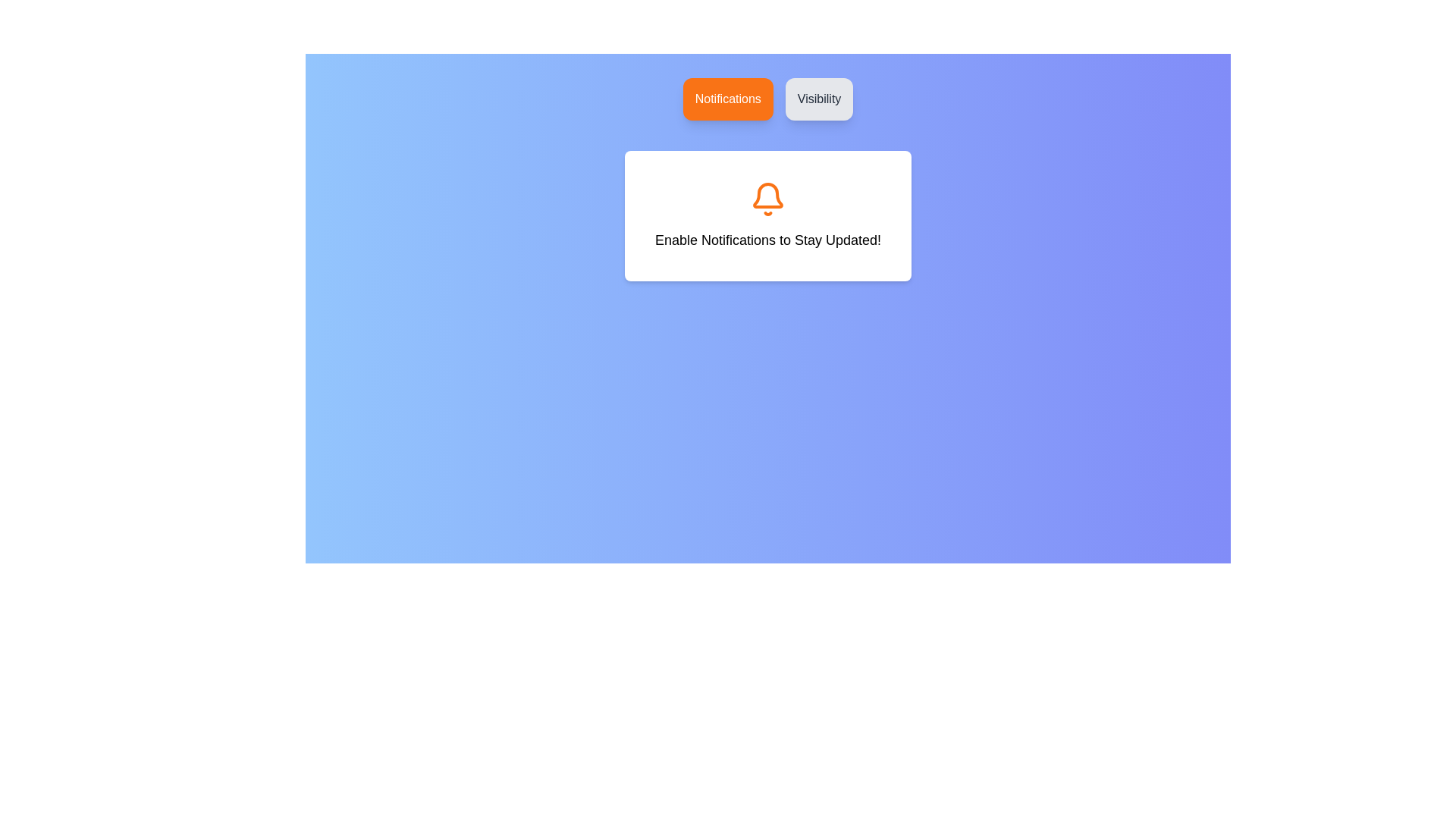 The width and height of the screenshot is (1456, 819). What do you see at coordinates (767, 198) in the screenshot?
I see `the bell icon within the active panel` at bounding box center [767, 198].